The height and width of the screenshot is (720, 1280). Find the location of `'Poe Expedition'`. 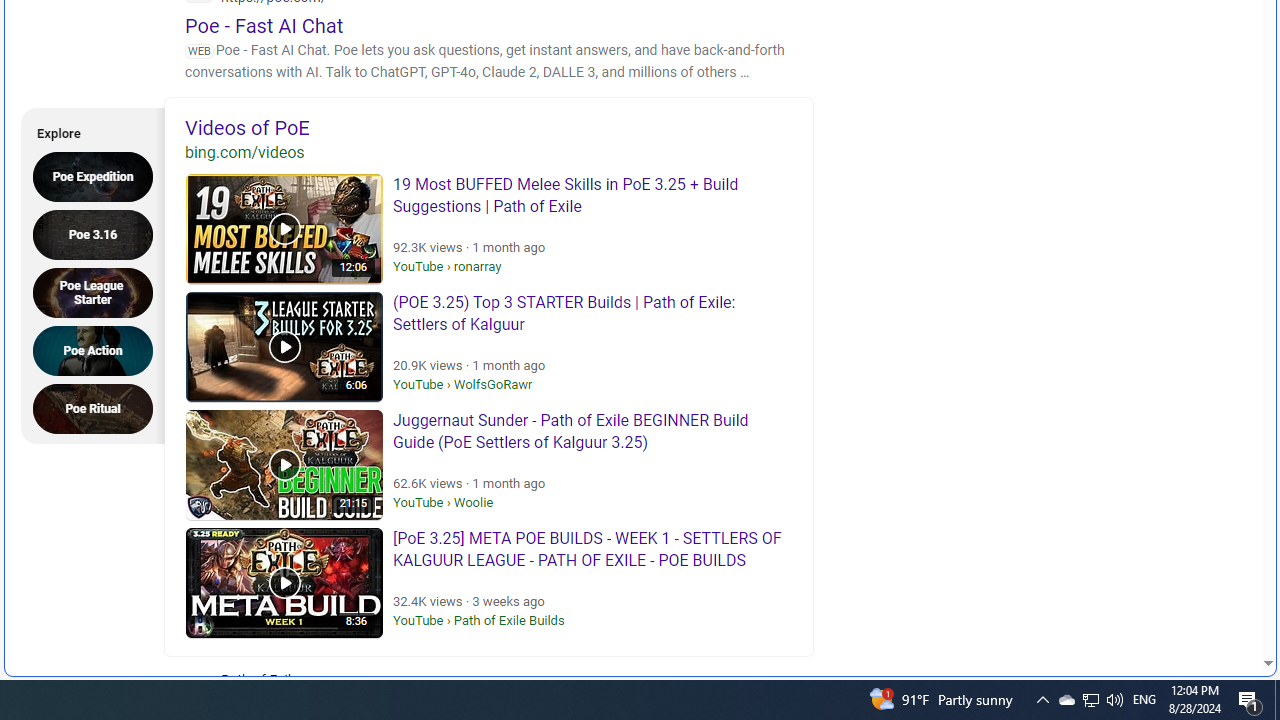

'Poe Expedition' is located at coordinates (98, 175).